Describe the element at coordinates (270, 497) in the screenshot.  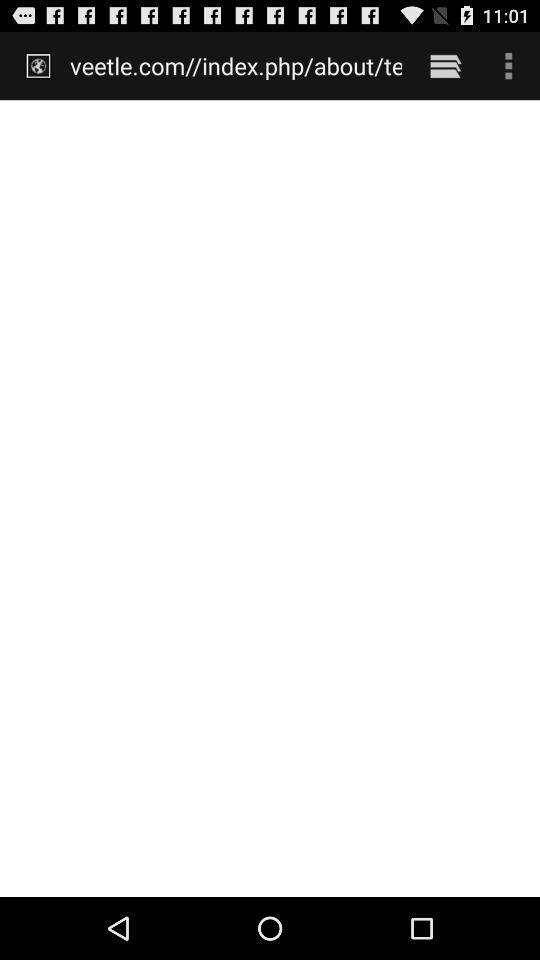
I see `icon below the veetle com index item` at that location.